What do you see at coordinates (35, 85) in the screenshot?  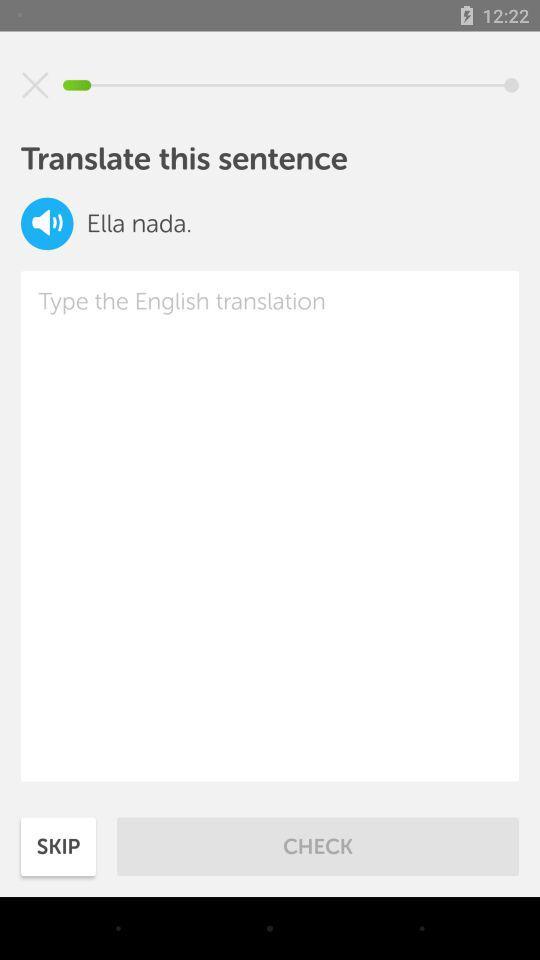 I see `exit out` at bounding box center [35, 85].